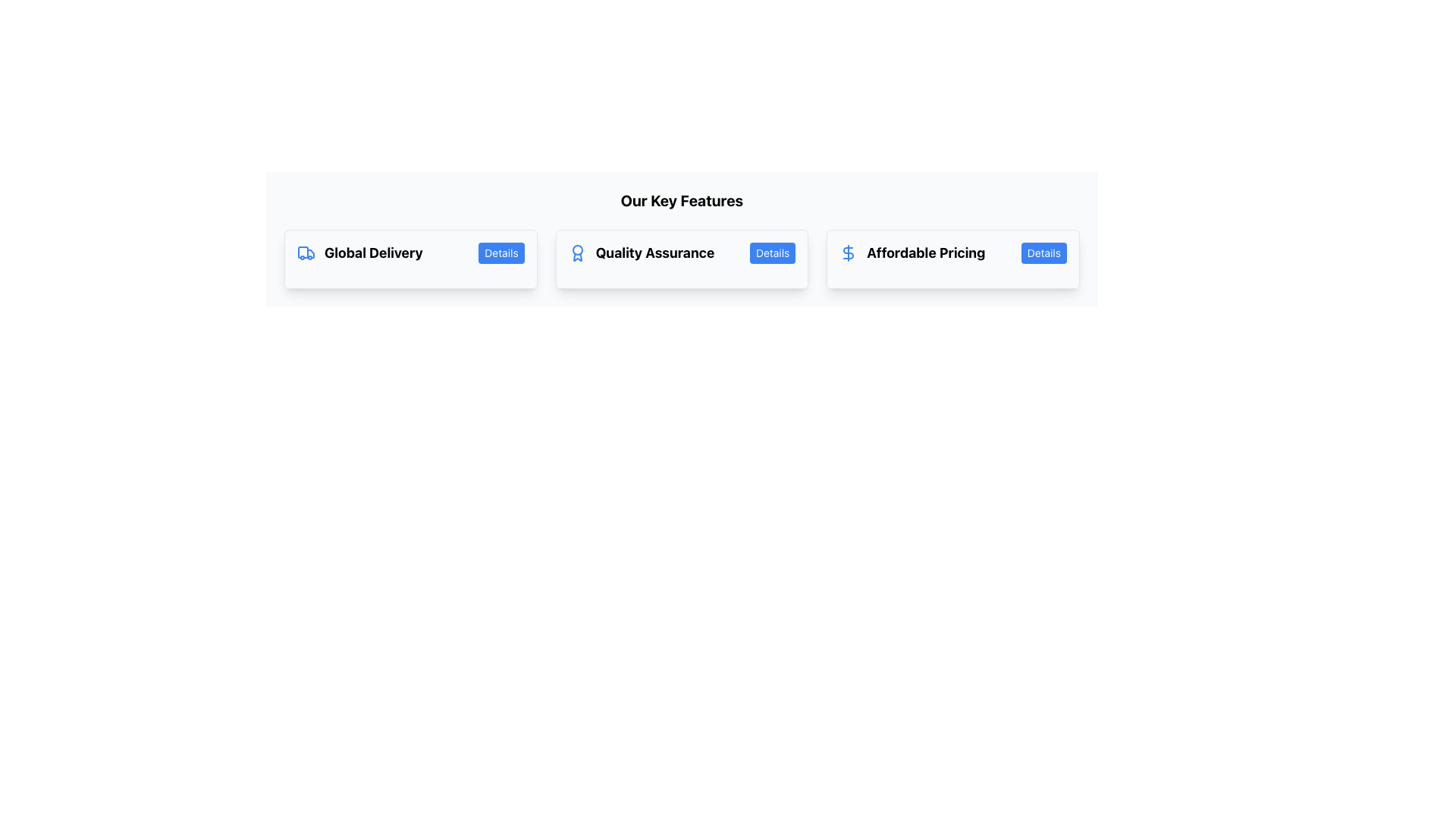 The image size is (1456, 819). What do you see at coordinates (925, 253) in the screenshot?
I see `text label that describes the 'Affordable Pricing' feature, positioned to the right of a blue dollar icon and to the left of a 'Details' button within the highlighted list of key offerings` at bounding box center [925, 253].